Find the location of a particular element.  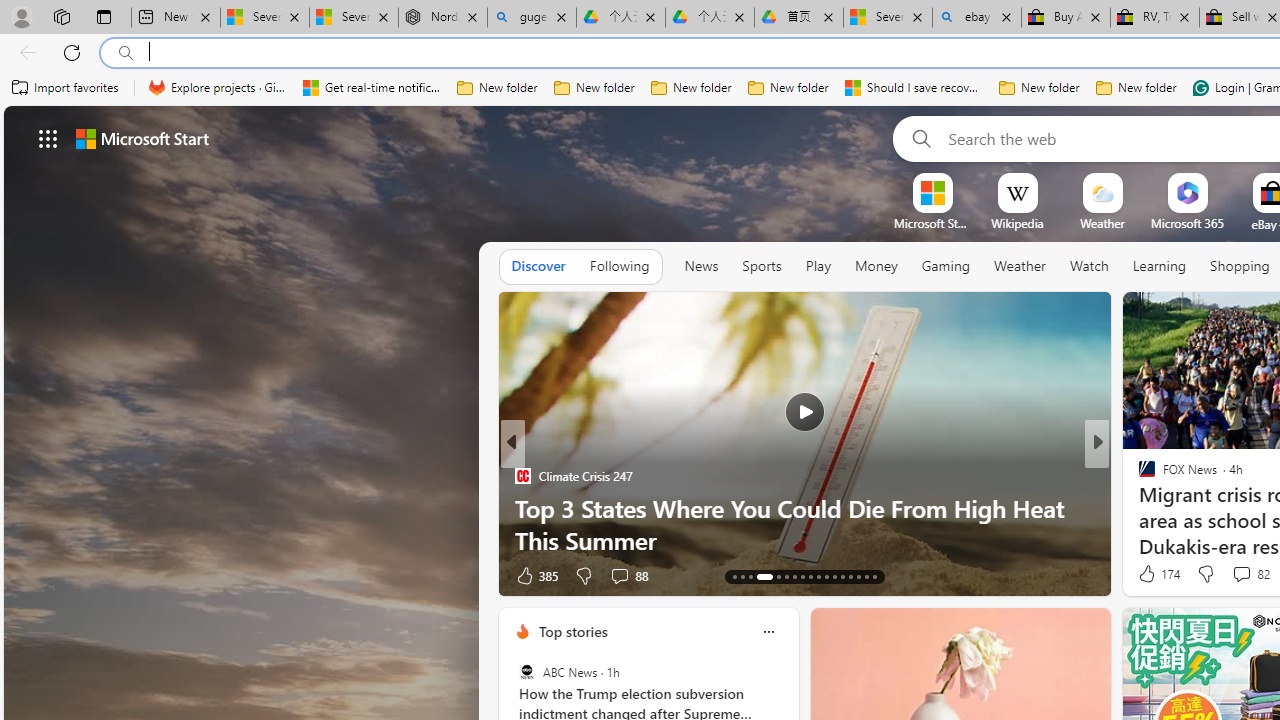

'Learning' is located at coordinates (1159, 265).